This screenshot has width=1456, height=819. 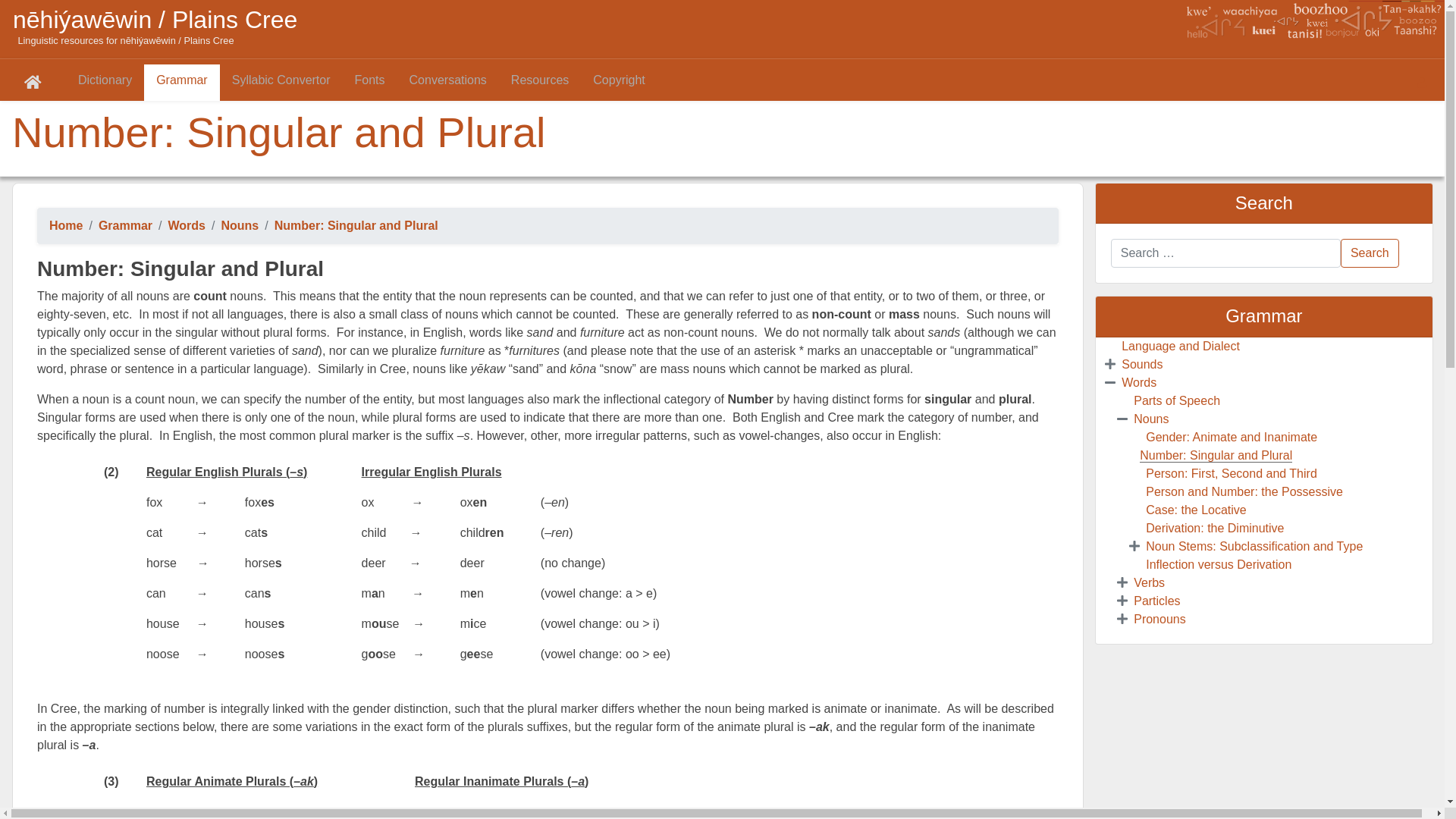 I want to click on 'Derivation: the Diminutive', so click(x=1215, y=527).